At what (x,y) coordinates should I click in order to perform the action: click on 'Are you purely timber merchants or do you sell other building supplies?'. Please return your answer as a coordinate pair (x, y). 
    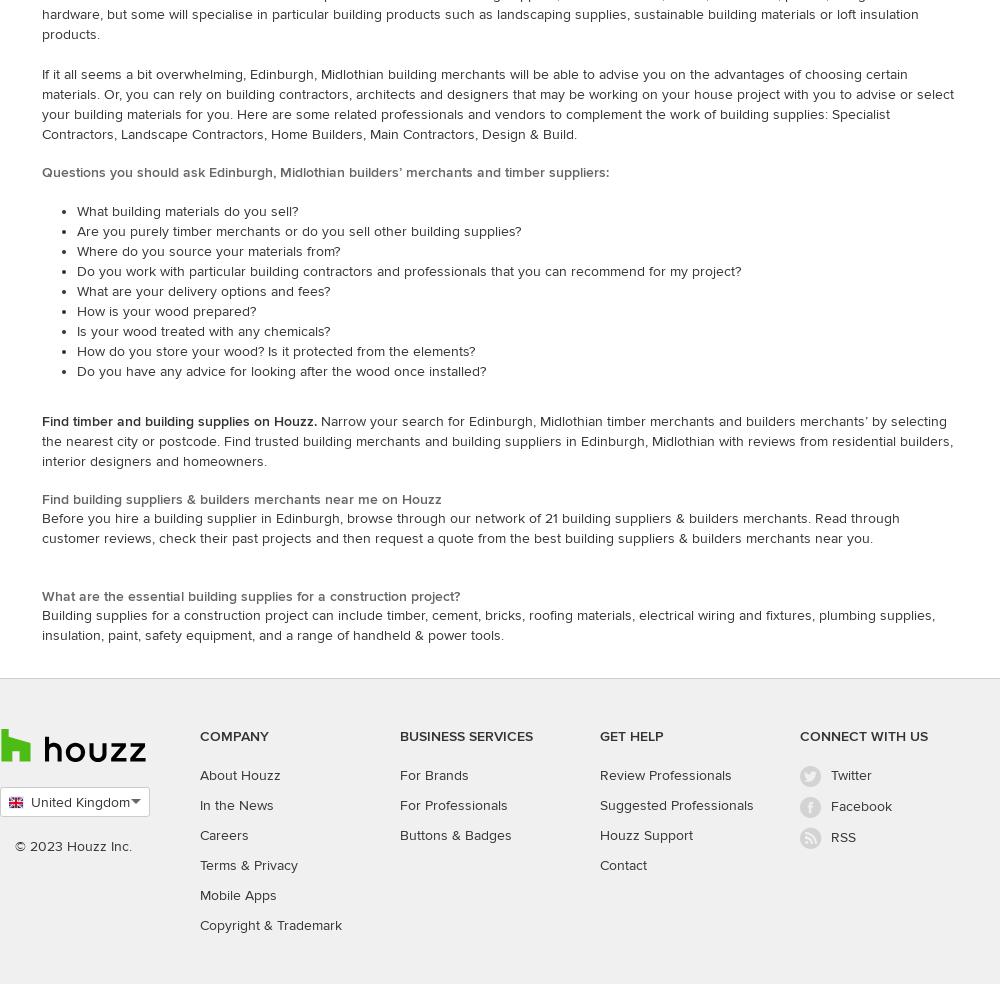
    Looking at the image, I should click on (299, 231).